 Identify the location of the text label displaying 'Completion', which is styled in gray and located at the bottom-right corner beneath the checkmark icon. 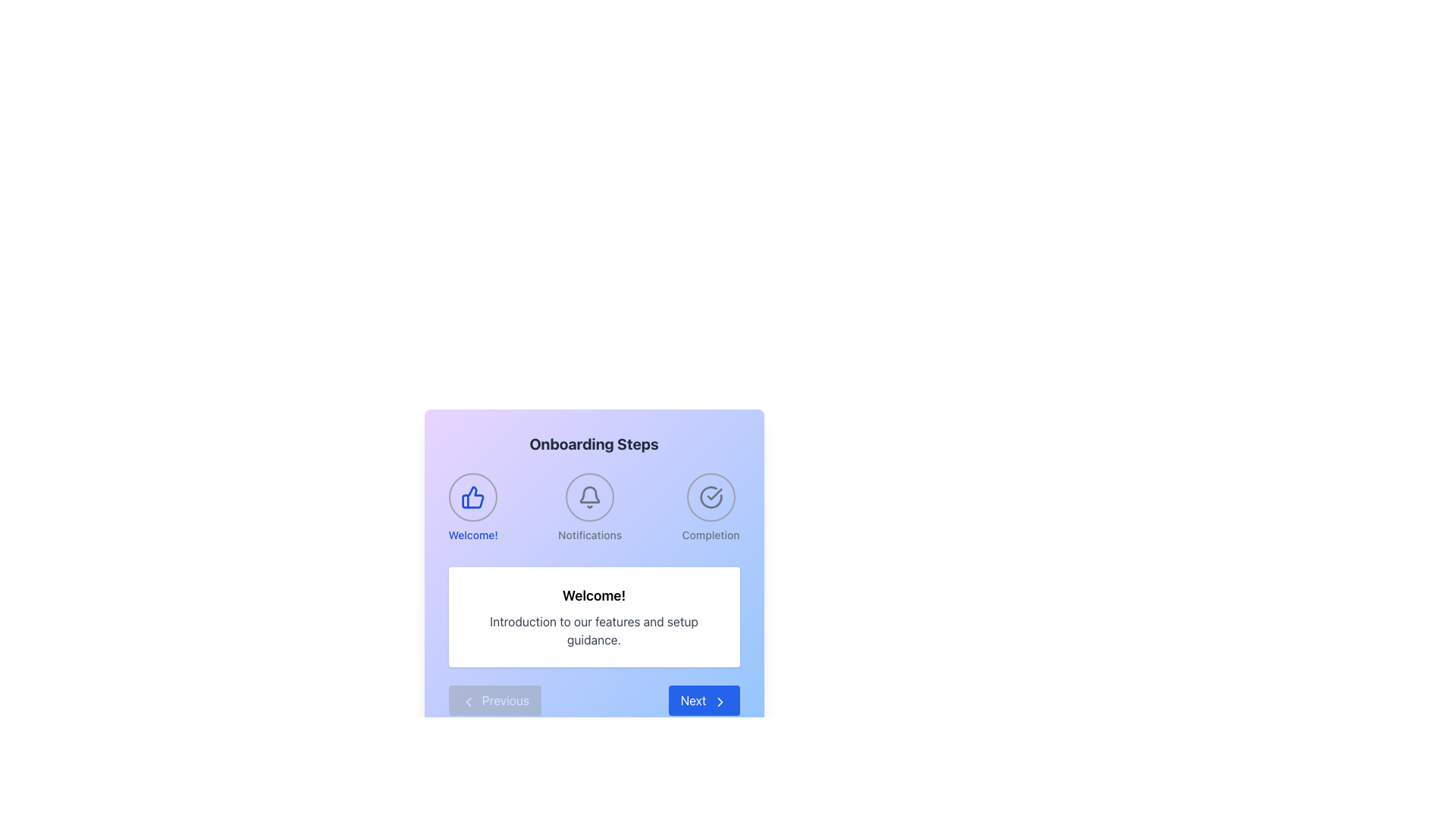
(710, 534).